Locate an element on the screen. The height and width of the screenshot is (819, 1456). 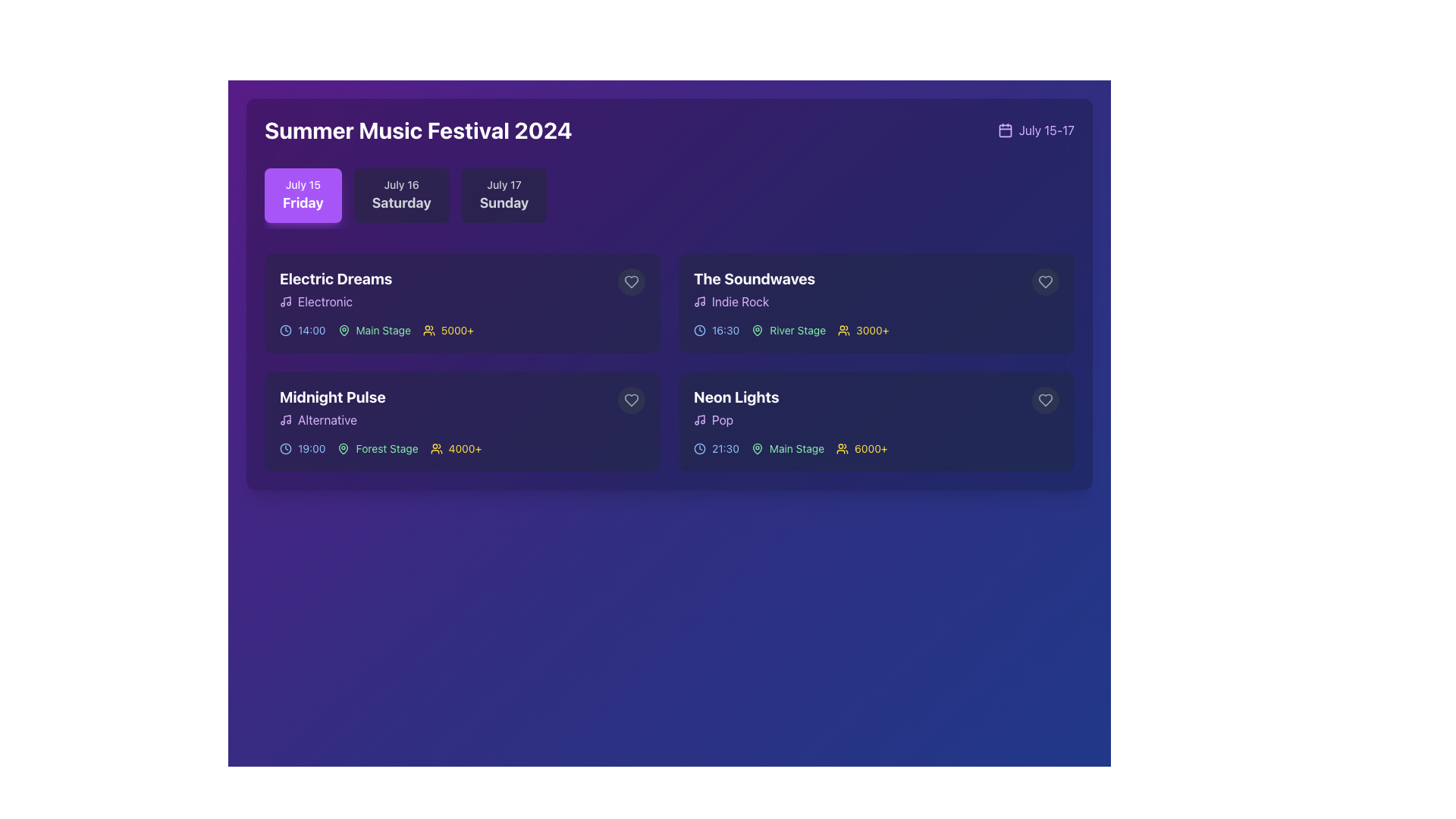
the static text display showing 'Sunday' in bold white font, which is part of the date indicator for July 17 is located at coordinates (504, 202).